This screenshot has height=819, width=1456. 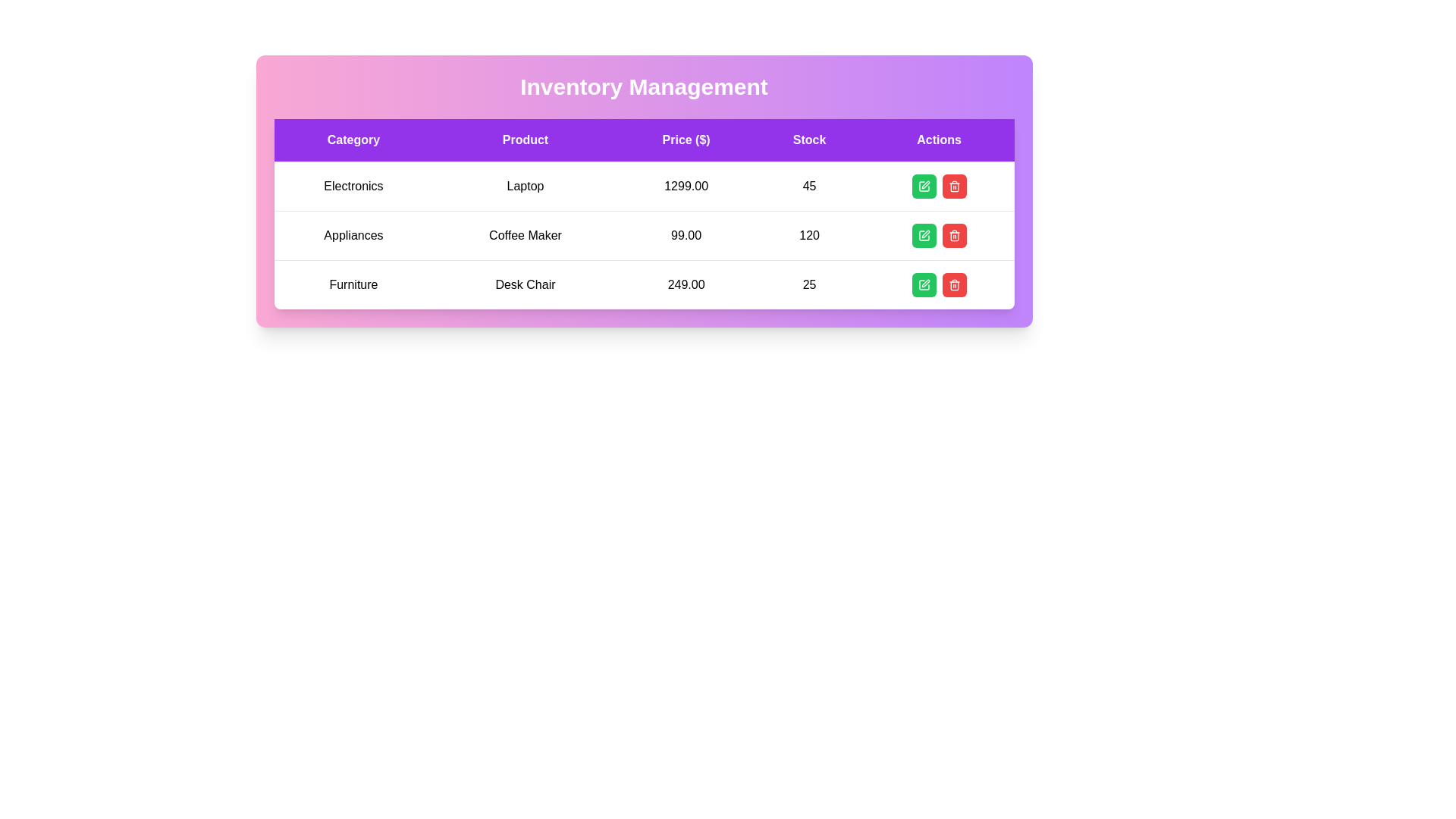 I want to click on the edit icon representing a pen or editing tool located in the 'Actions' column of the last row of the inventory table for the 'Desk Chair' item, so click(x=924, y=284).